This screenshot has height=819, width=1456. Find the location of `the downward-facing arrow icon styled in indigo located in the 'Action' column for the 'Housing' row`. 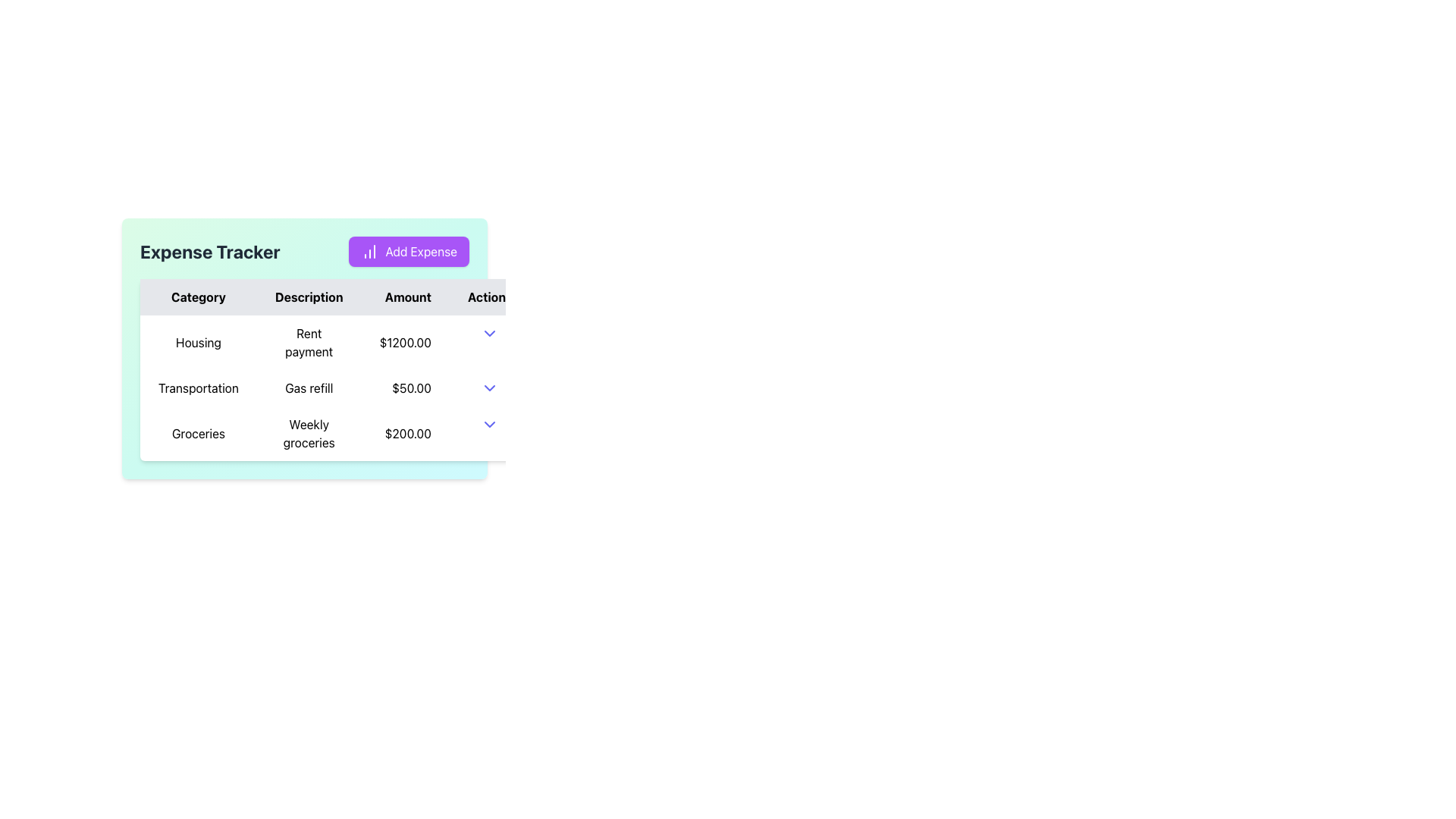

the downward-facing arrow icon styled in indigo located in the 'Action' column for the 'Housing' row is located at coordinates (490, 332).